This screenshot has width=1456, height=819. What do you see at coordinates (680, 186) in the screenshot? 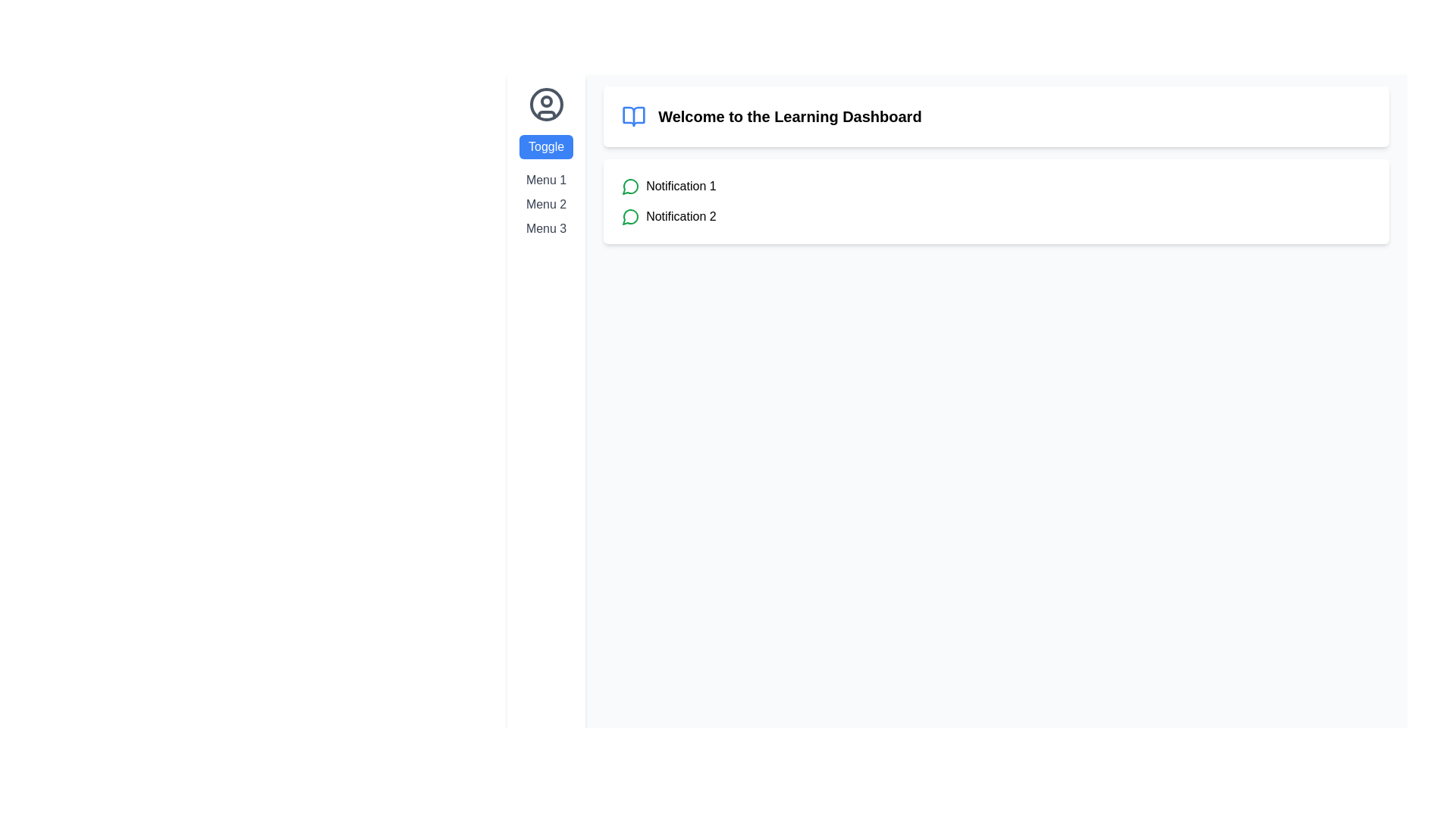
I see `the text label displaying 'Notification 1', which is positioned to the right of a green circular icon with a speech bubble symbol` at bounding box center [680, 186].